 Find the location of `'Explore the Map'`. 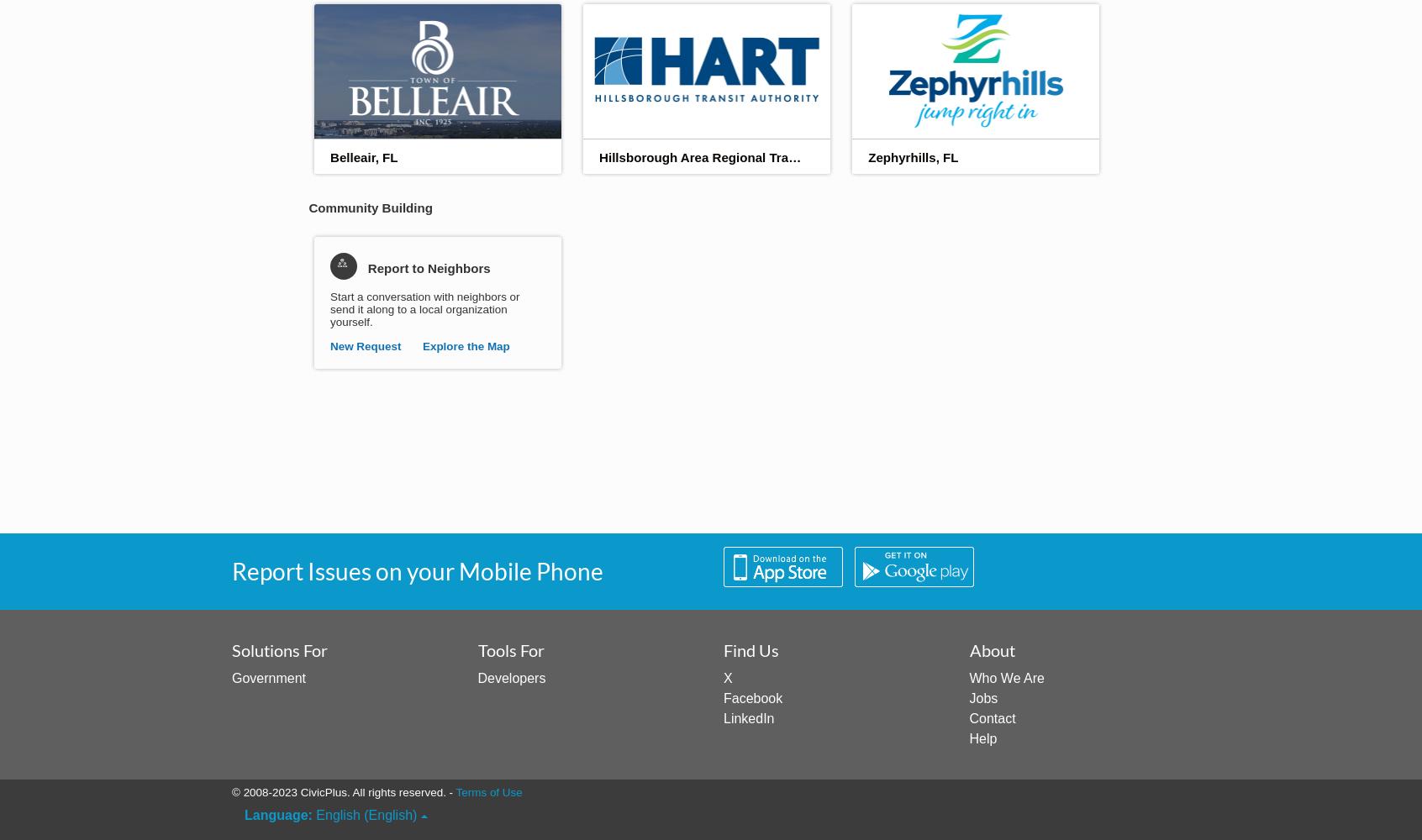

'Explore the Map' is located at coordinates (465, 345).